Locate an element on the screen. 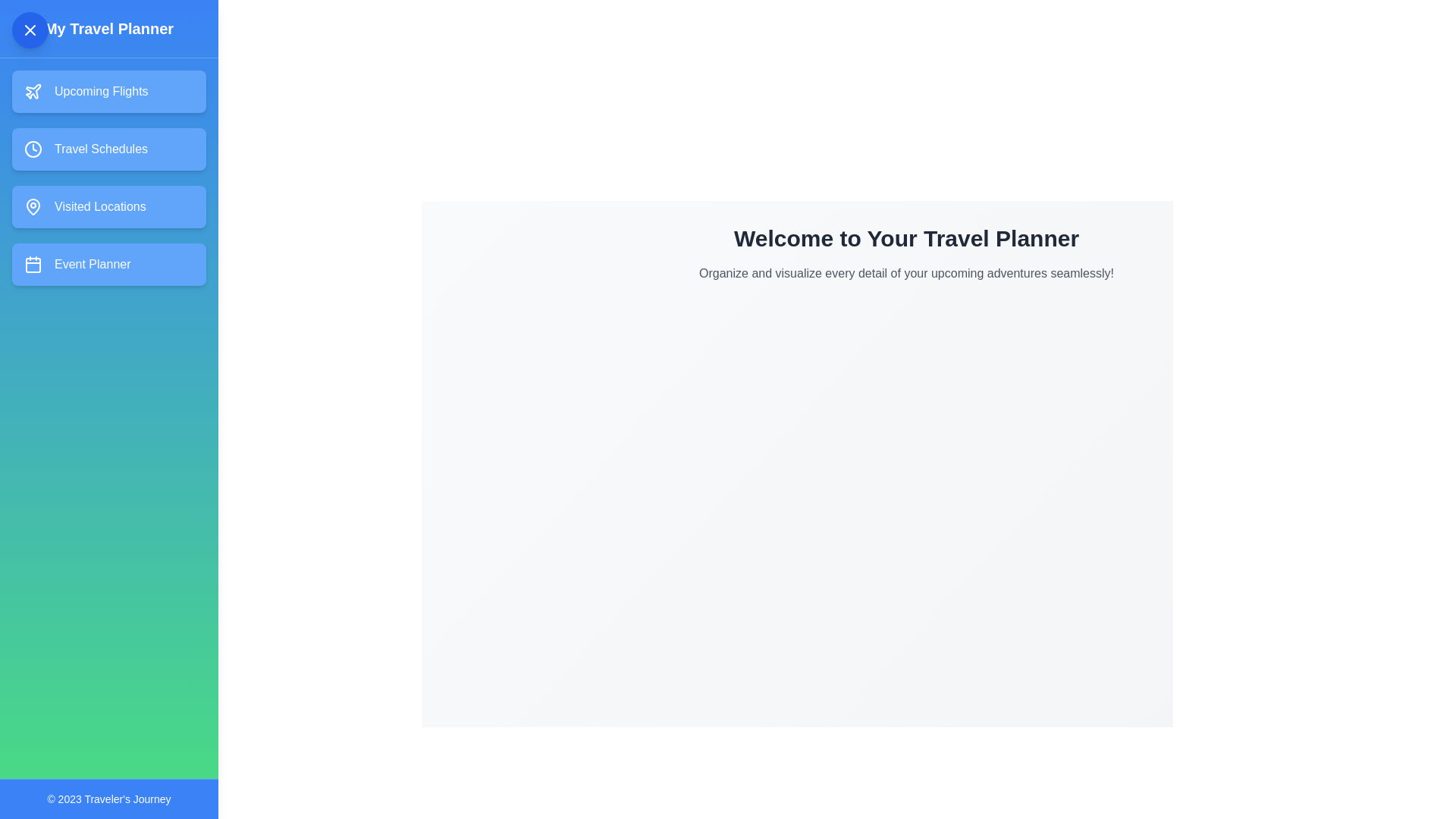 The image size is (1456, 819). the close icon located in the top-left corner of the user interface is located at coordinates (30, 30).